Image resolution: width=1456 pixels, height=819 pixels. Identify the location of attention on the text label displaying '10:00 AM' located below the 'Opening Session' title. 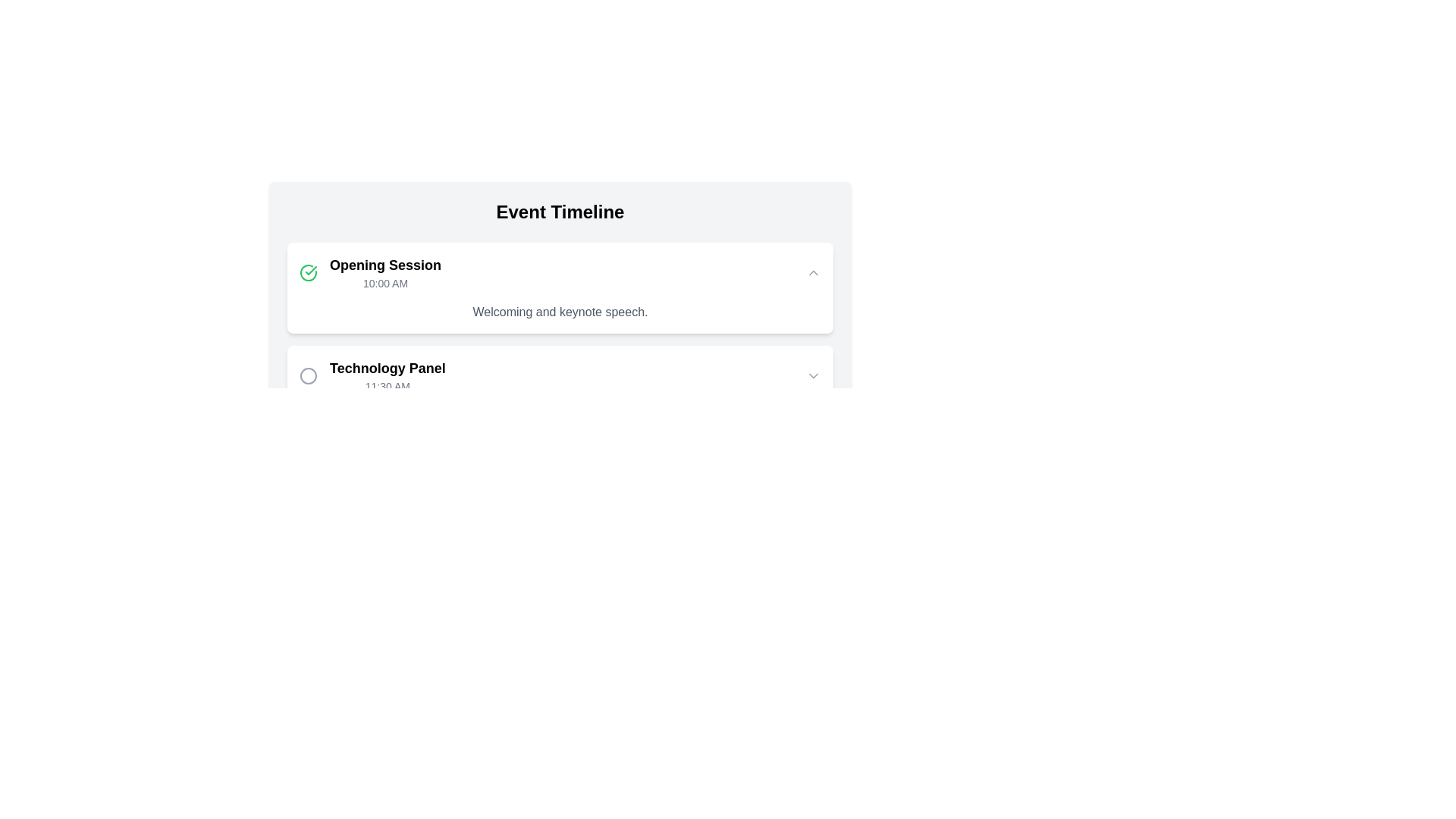
(385, 284).